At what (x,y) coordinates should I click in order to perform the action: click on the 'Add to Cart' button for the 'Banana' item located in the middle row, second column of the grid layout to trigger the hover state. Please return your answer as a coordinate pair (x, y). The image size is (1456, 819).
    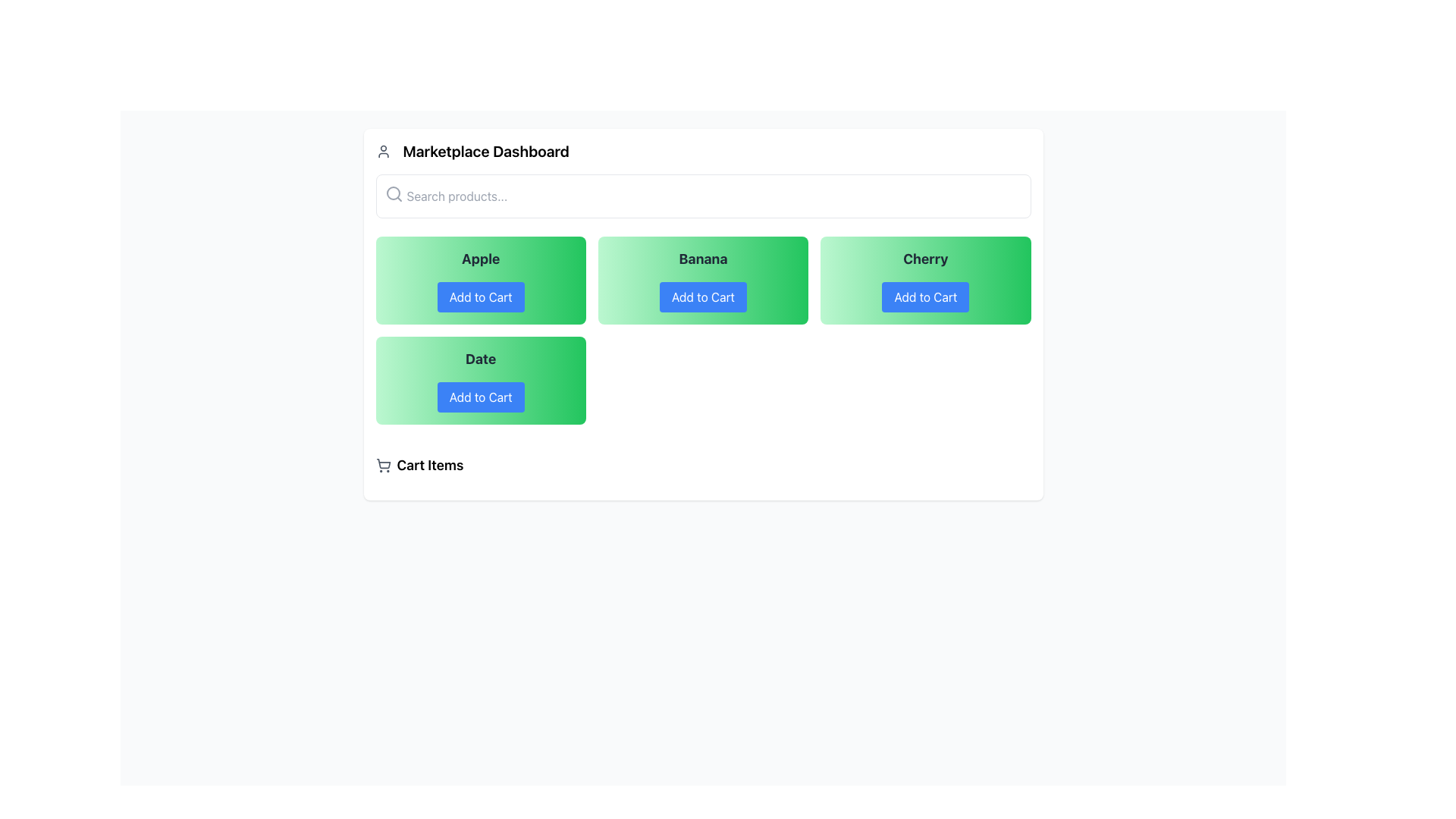
    Looking at the image, I should click on (702, 297).